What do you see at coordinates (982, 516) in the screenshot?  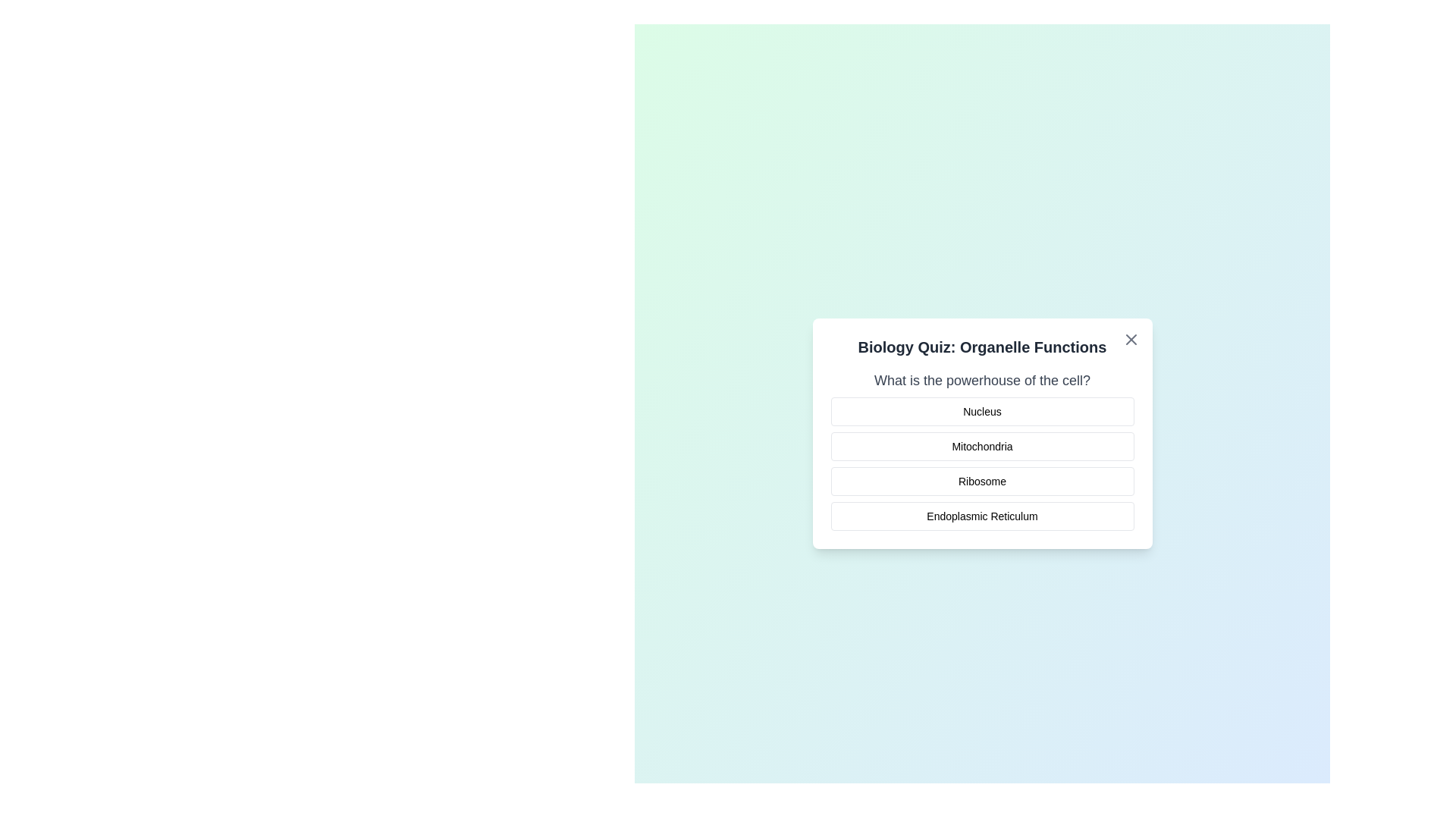 I see `the answer option Endoplasmic Reticulum to select it` at bounding box center [982, 516].